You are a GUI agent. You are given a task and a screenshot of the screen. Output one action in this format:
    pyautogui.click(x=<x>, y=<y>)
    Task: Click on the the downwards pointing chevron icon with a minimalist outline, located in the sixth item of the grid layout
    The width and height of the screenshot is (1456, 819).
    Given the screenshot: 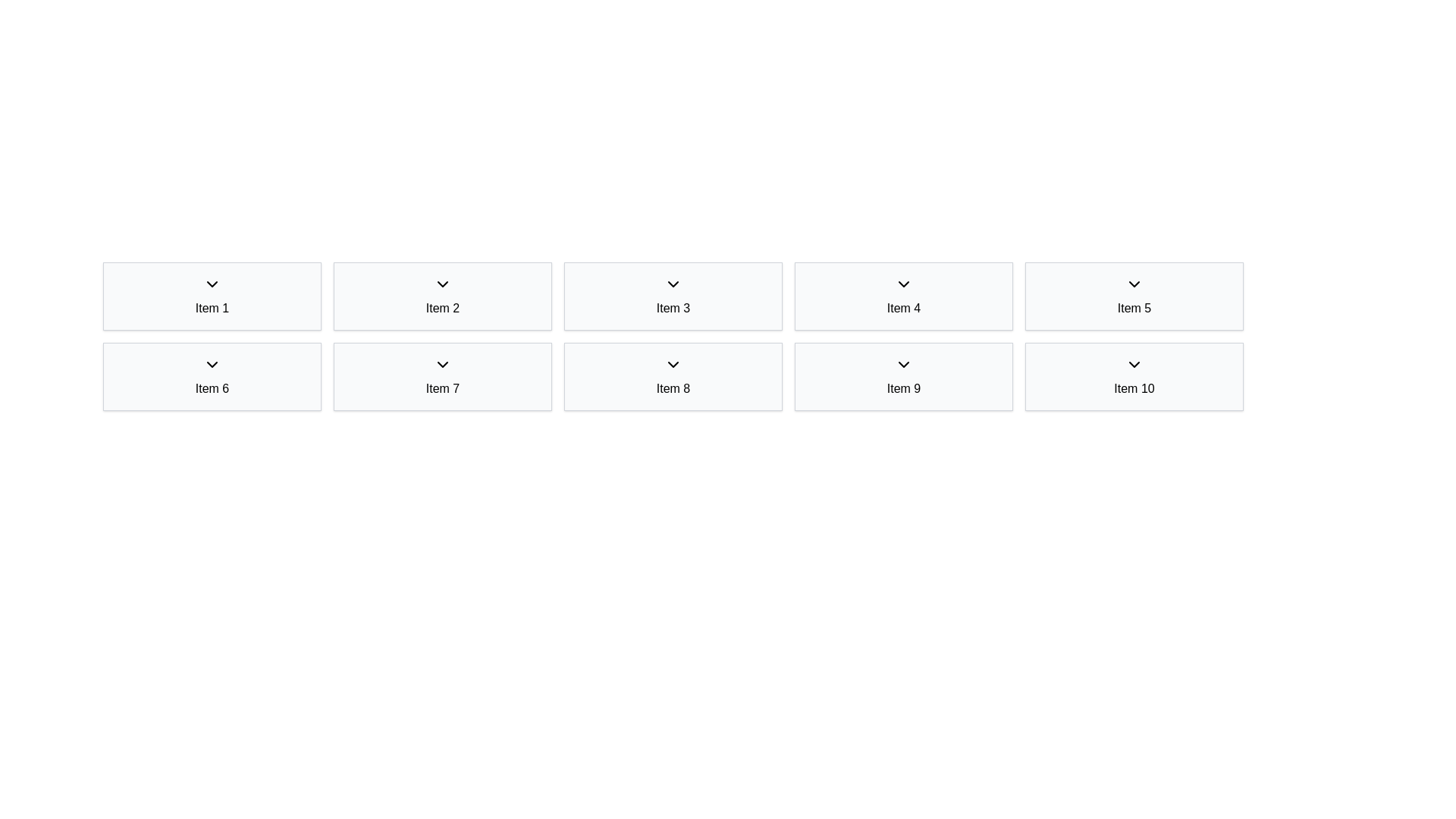 What is the action you would take?
    pyautogui.click(x=211, y=365)
    